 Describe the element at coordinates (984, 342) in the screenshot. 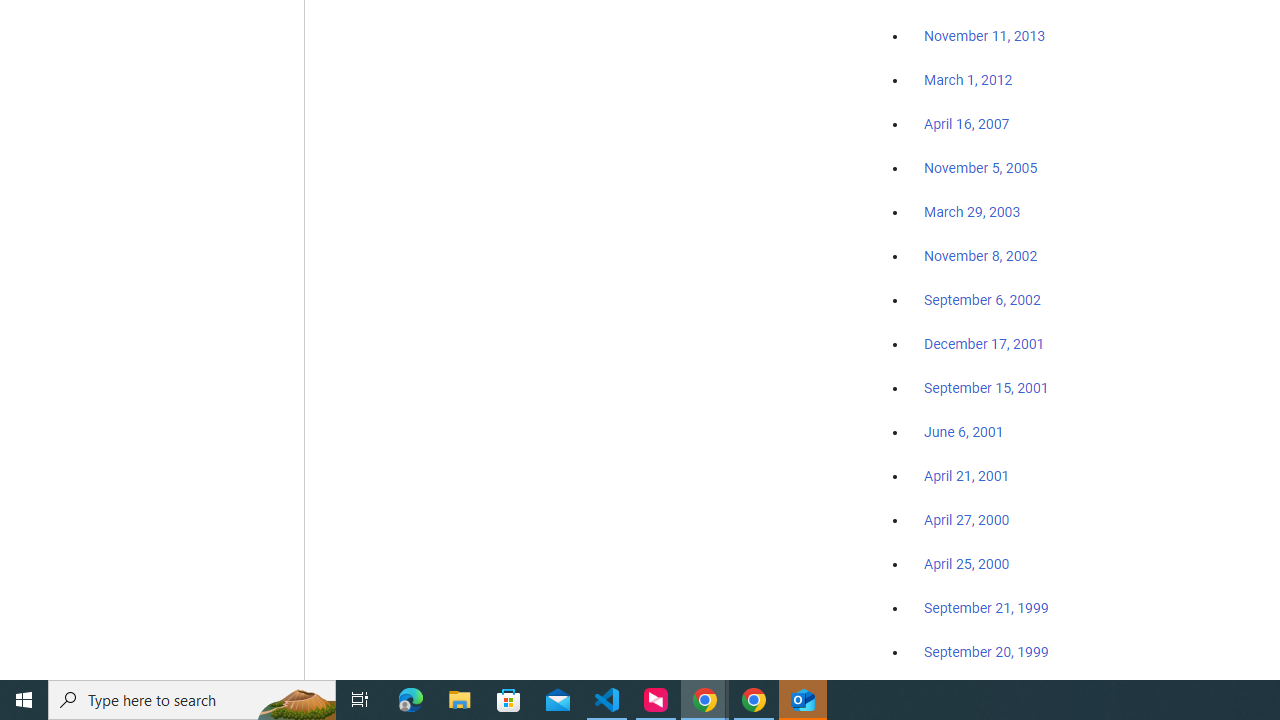

I see `'December 17, 2001'` at that location.